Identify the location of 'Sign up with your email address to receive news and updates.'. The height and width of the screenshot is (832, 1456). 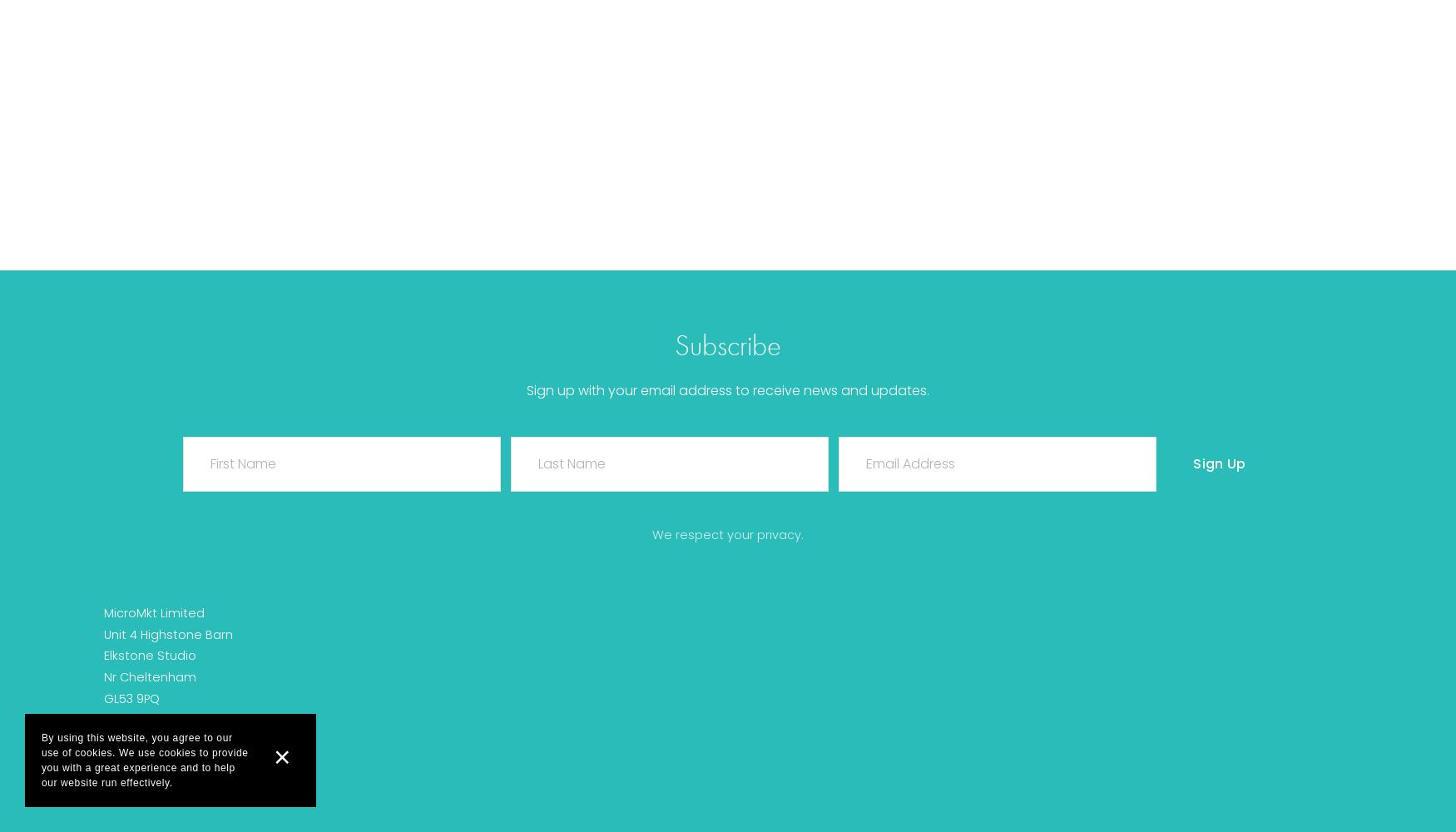
(525, 389).